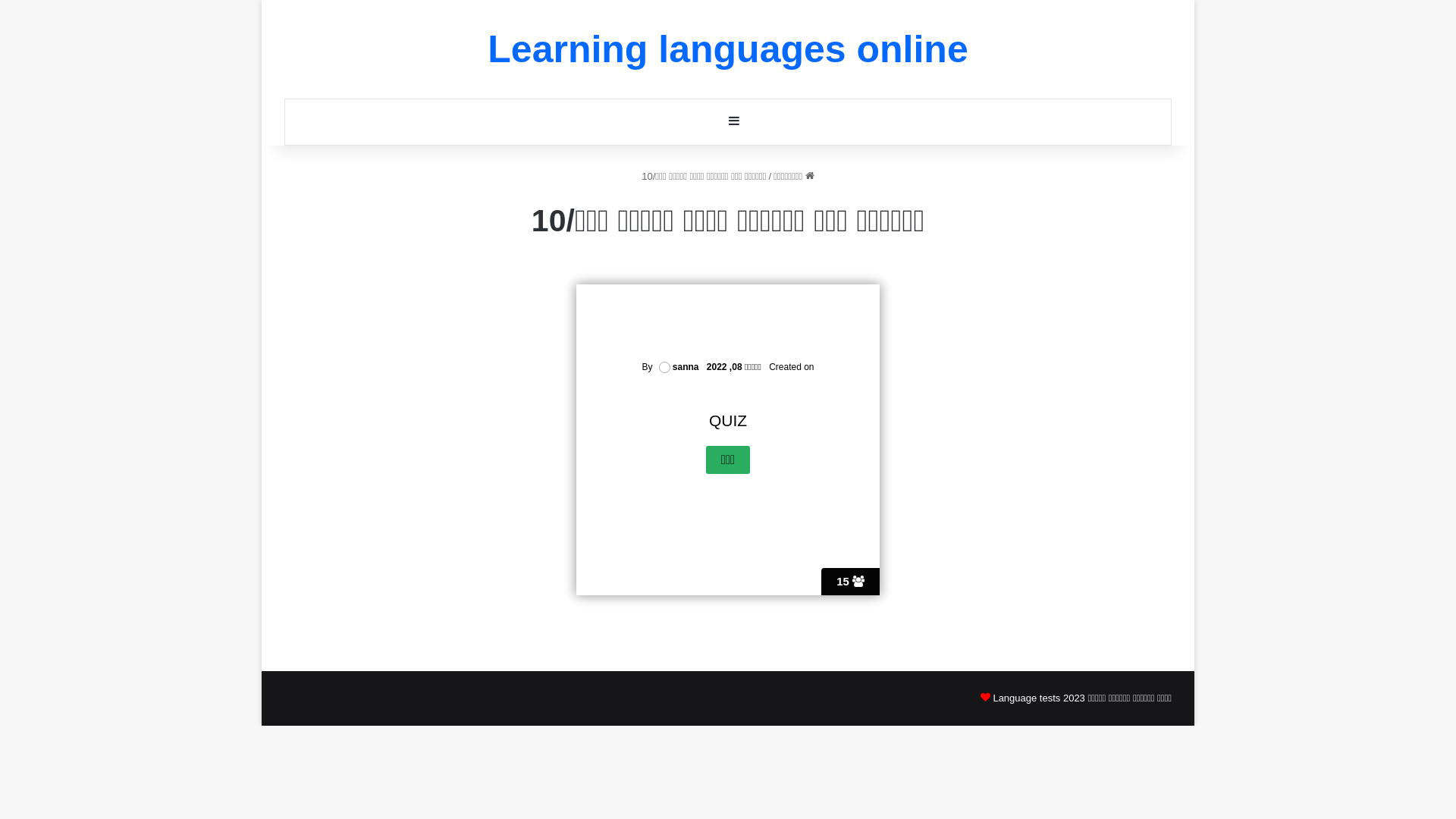 Image resolution: width=1456 pixels, height=819 pixels. Describe the element at coordinates (726, 49) in the screenshot. I see `'Learning languages online'` at that location.